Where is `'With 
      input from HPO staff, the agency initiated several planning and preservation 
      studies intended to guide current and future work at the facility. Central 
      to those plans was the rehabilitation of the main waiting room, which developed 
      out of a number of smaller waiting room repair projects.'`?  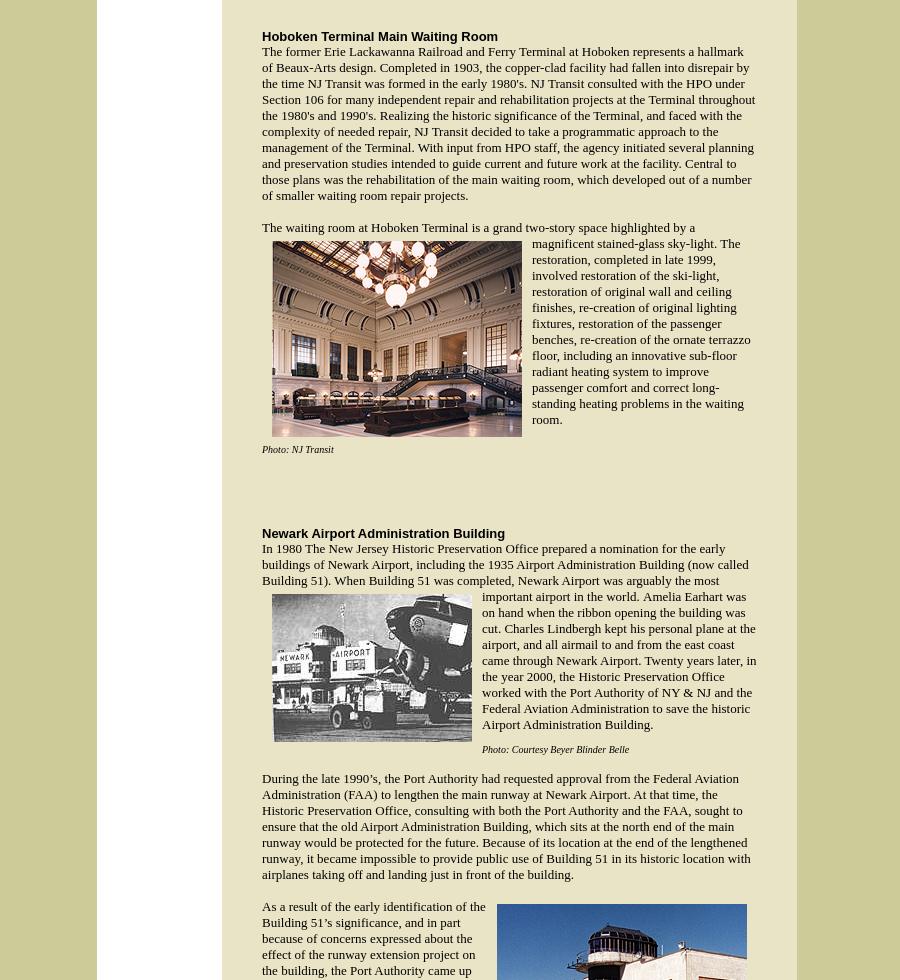 'With 
      input from HPO staff, the agency initiated several planning and preservation 
      studies intended to guide current and future work at the facility. Central 
      to those plans was the rehabilitation of the main waiting room, which developed 
      out of a number of smaller waiting room repair projects.' is located at coordinates (260, 171).